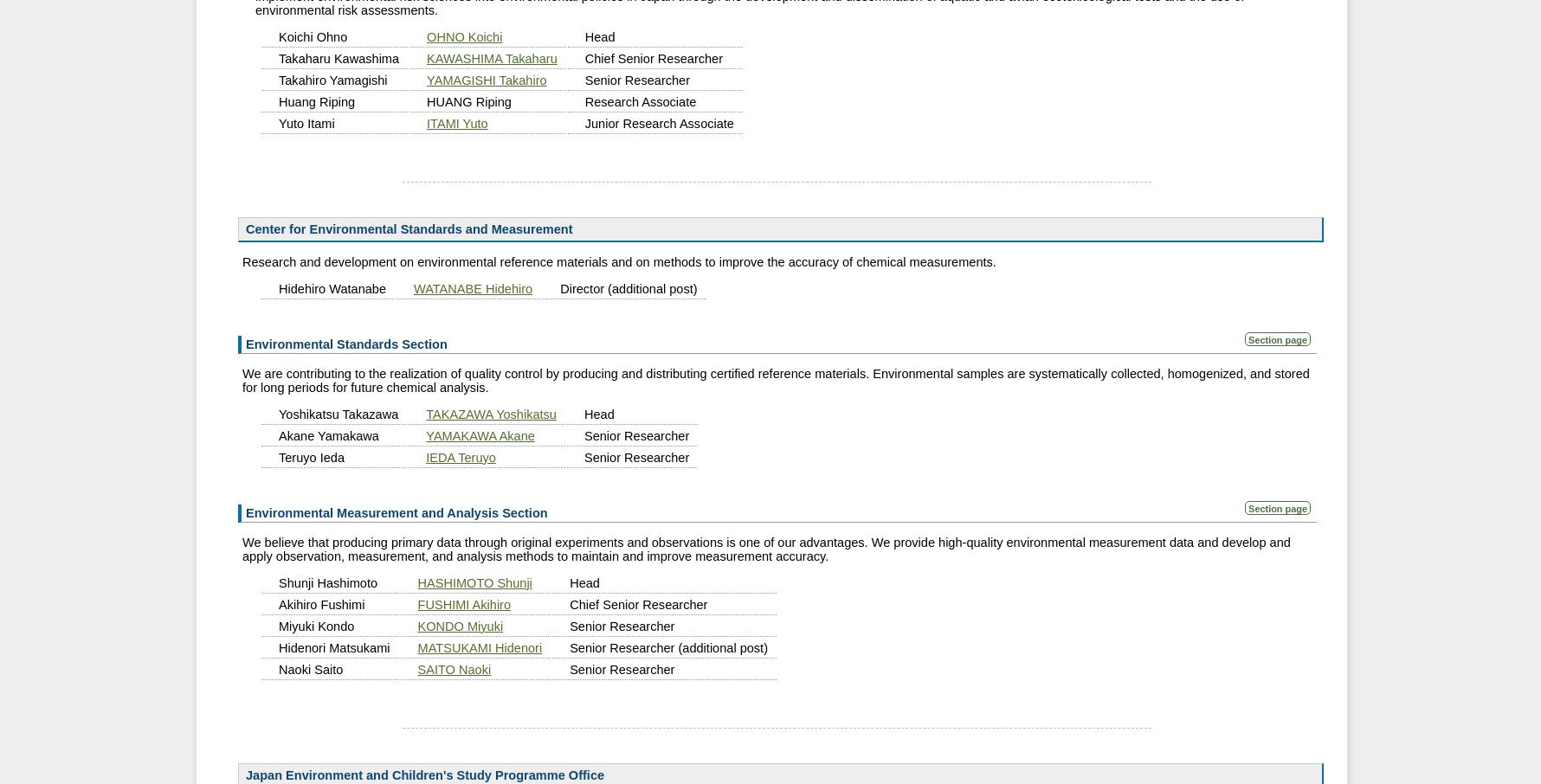  Describe the element at coordinates (639, 100) in the screenshot. I see `'Research Associate'` at that location.